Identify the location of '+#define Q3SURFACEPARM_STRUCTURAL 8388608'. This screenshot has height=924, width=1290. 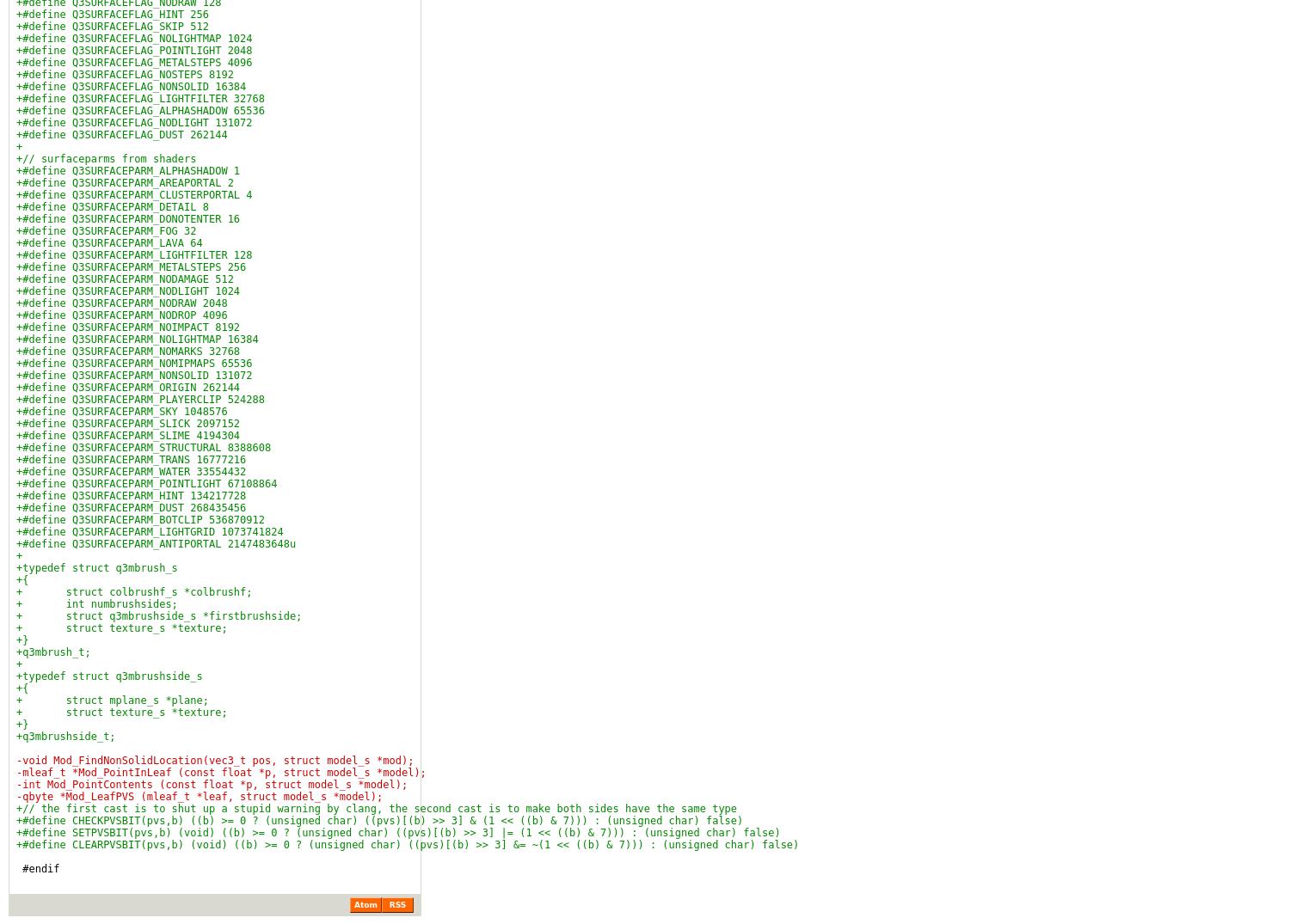
(143, 447).